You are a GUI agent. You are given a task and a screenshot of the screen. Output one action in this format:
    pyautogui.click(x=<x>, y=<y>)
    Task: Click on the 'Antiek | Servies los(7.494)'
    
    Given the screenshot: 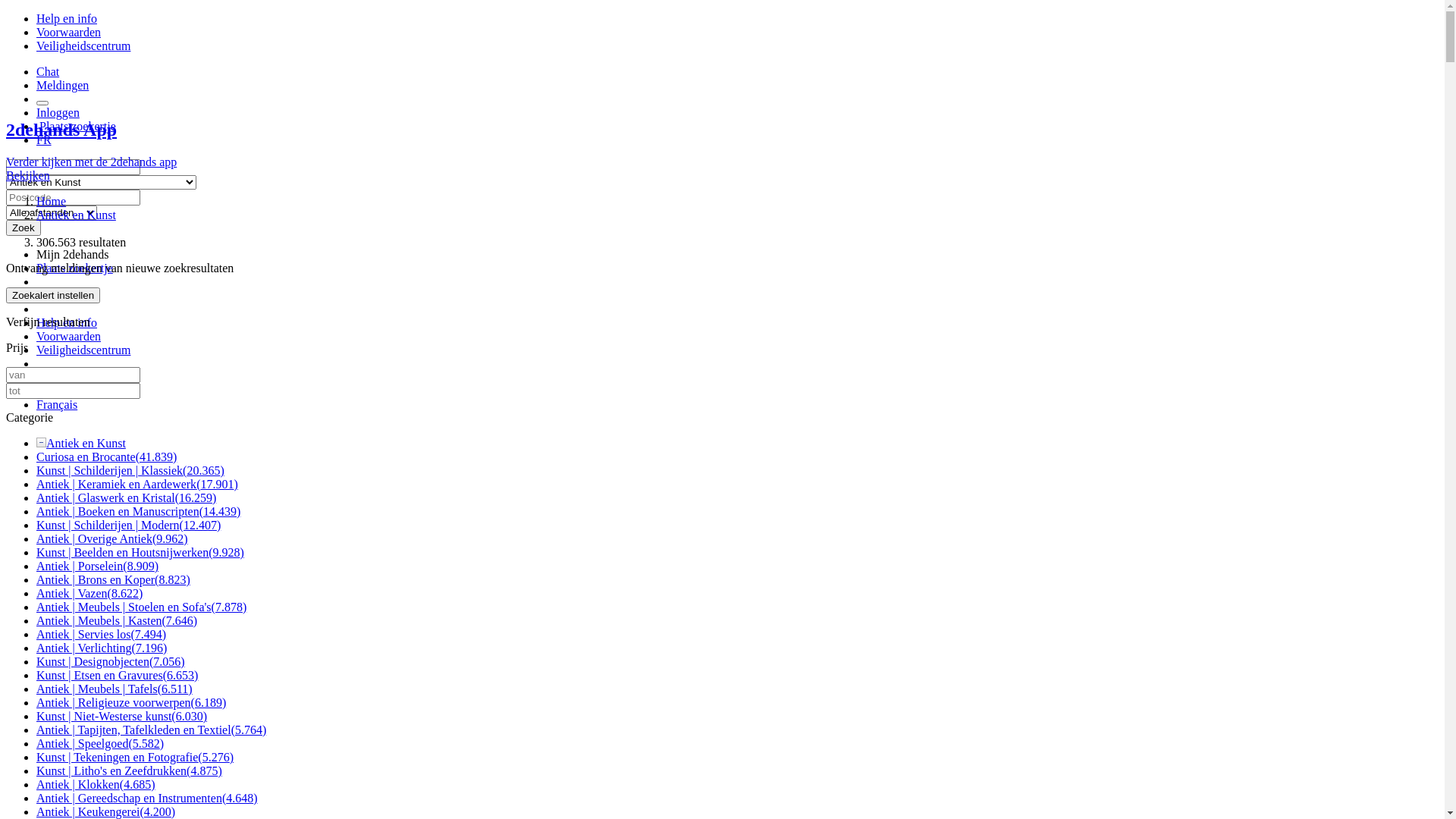 What is the action you would take?
    pyautogui.click(x=100, y=634)
    